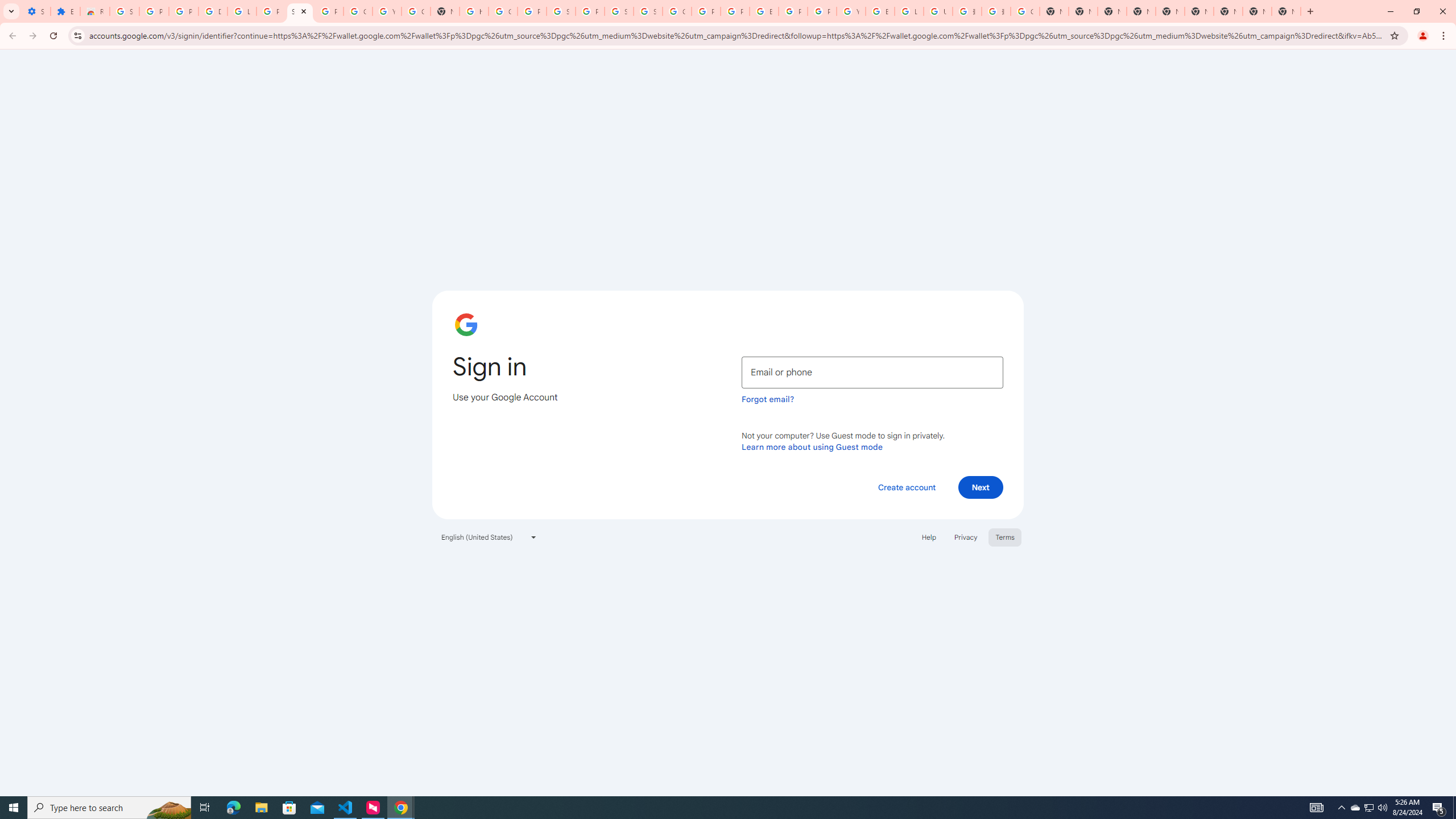 The image size is (1456, 819). I want to click on 'Reviews: Helix Fruit Jump Arcade Game', so click(95, 11).